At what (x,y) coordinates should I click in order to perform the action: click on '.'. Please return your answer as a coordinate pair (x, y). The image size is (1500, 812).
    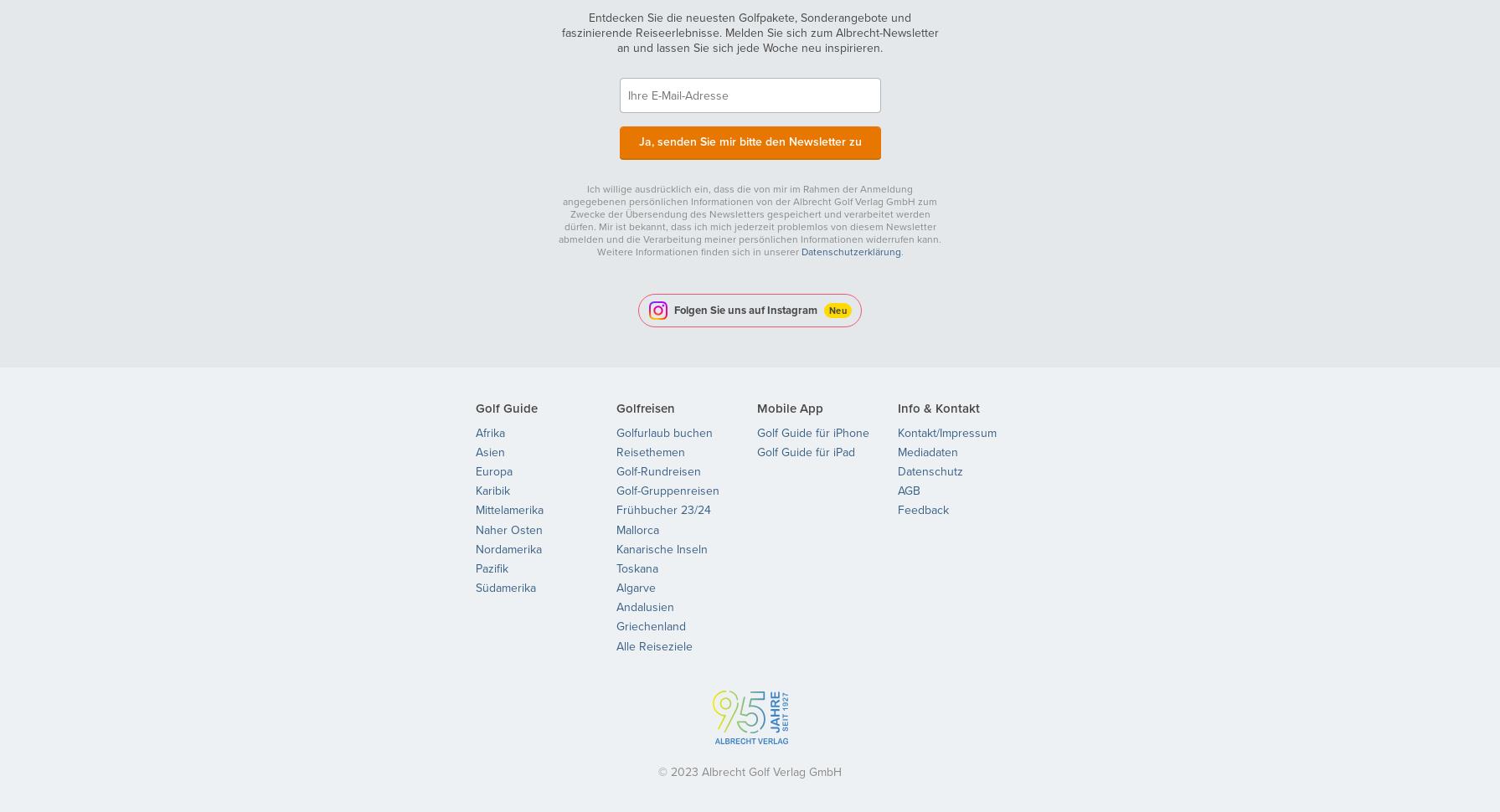
    Looking at the image, I should click on (899, 251).